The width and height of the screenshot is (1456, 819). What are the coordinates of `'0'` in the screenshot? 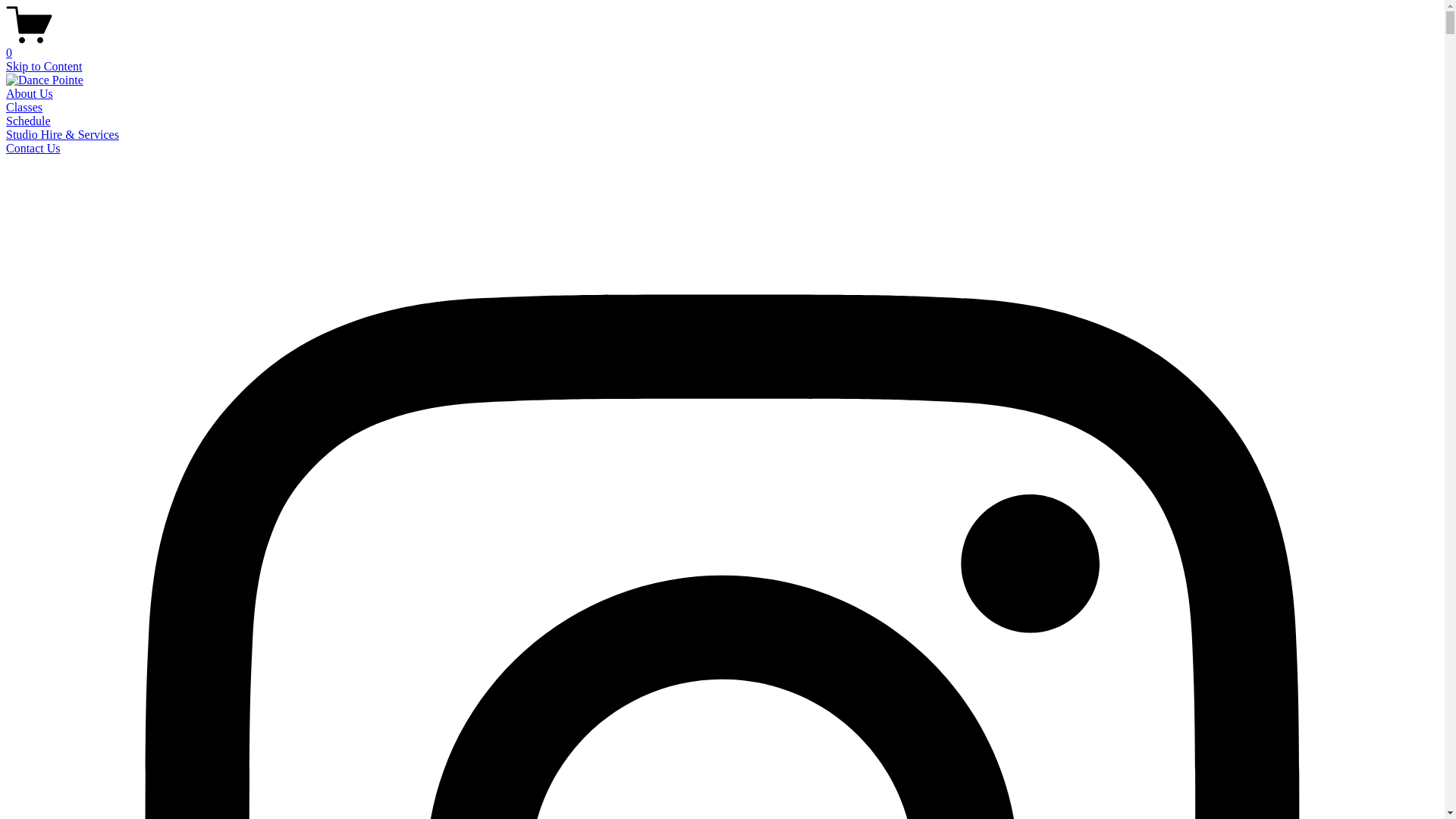 It's located at (721, 45).